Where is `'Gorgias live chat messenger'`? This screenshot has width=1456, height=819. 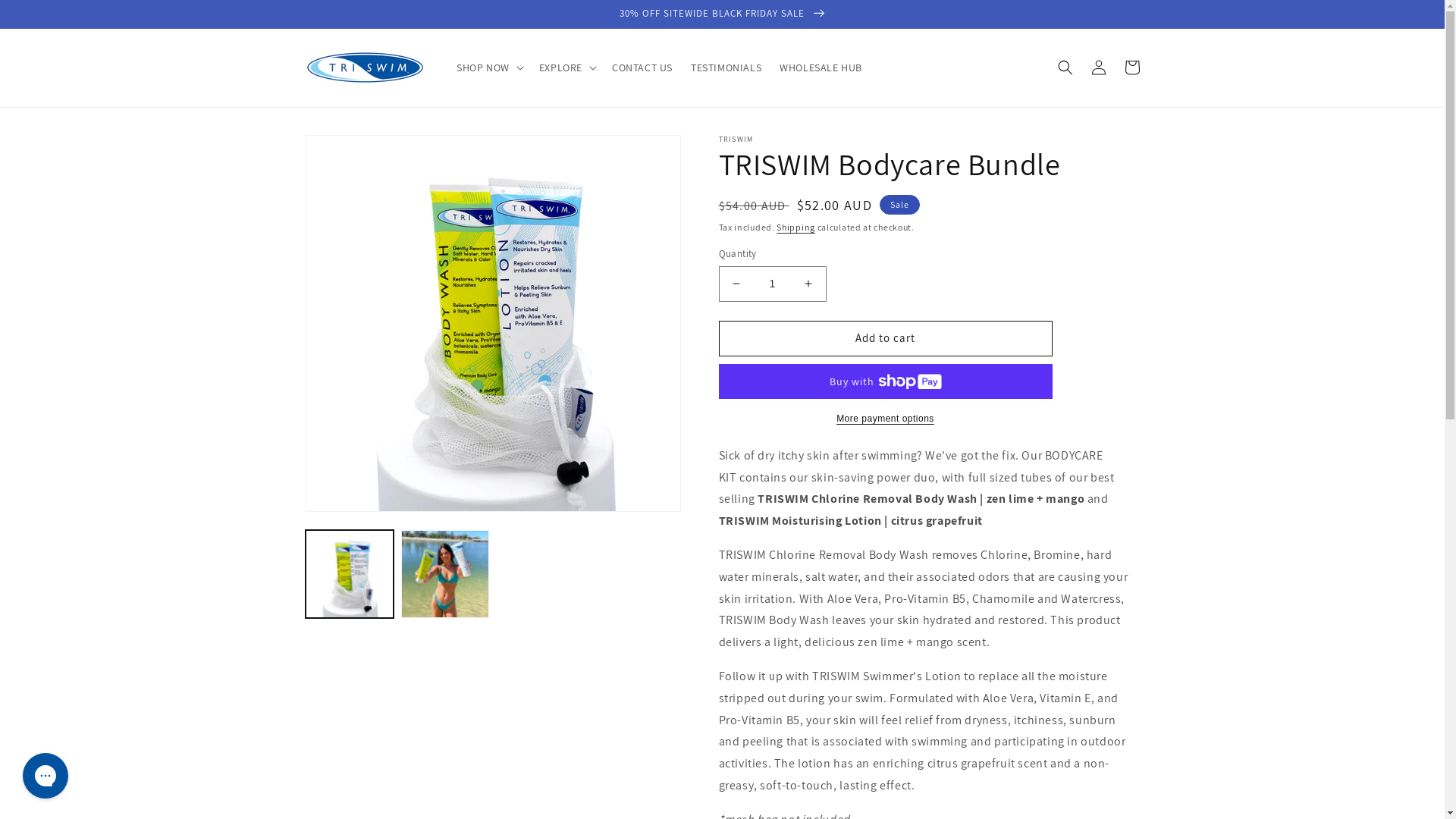
'Gorgias live chat messenger' is located at coordinates (45, 775).